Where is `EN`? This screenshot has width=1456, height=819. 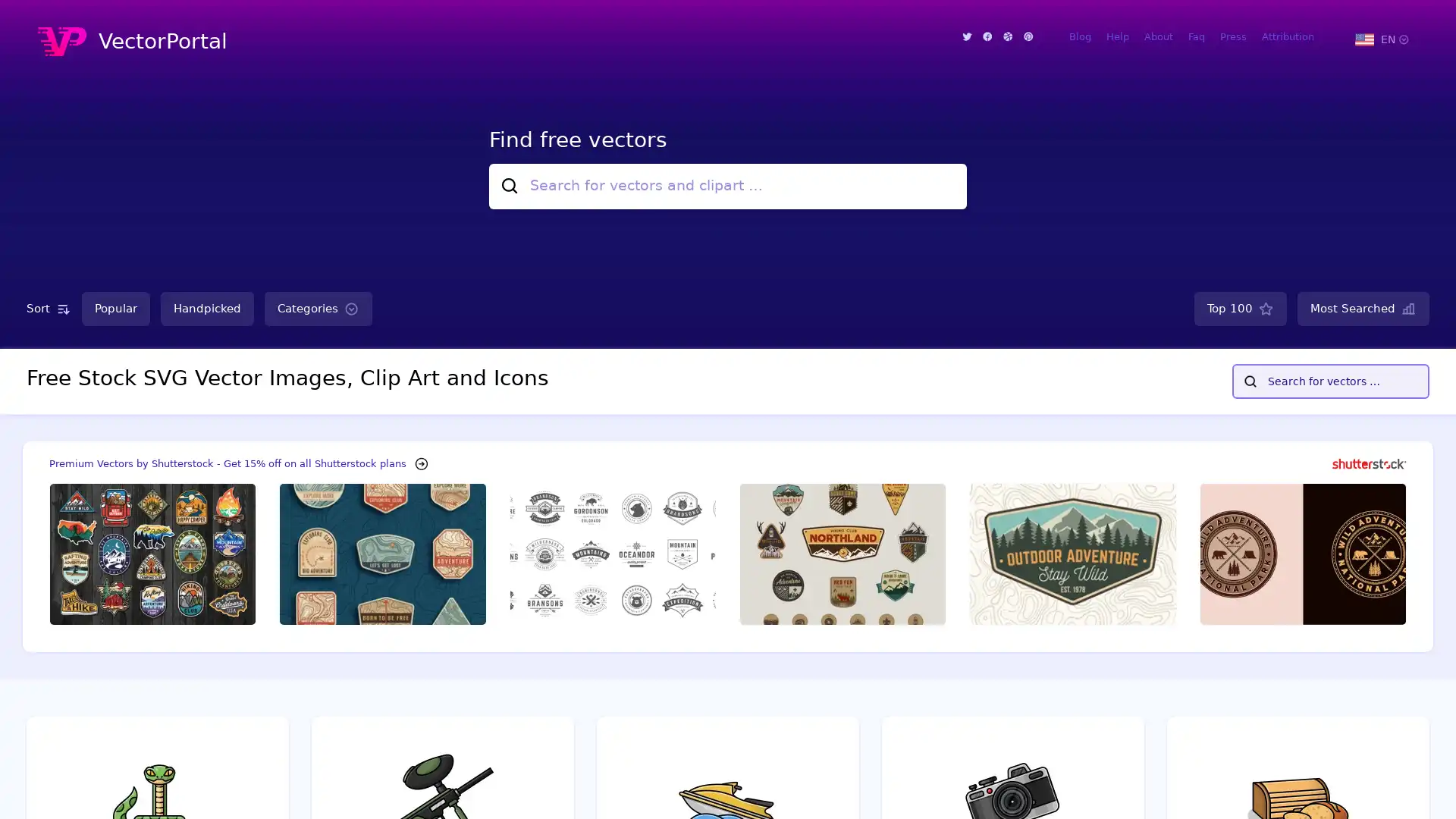
EN is located at coordinates (1381, 38).